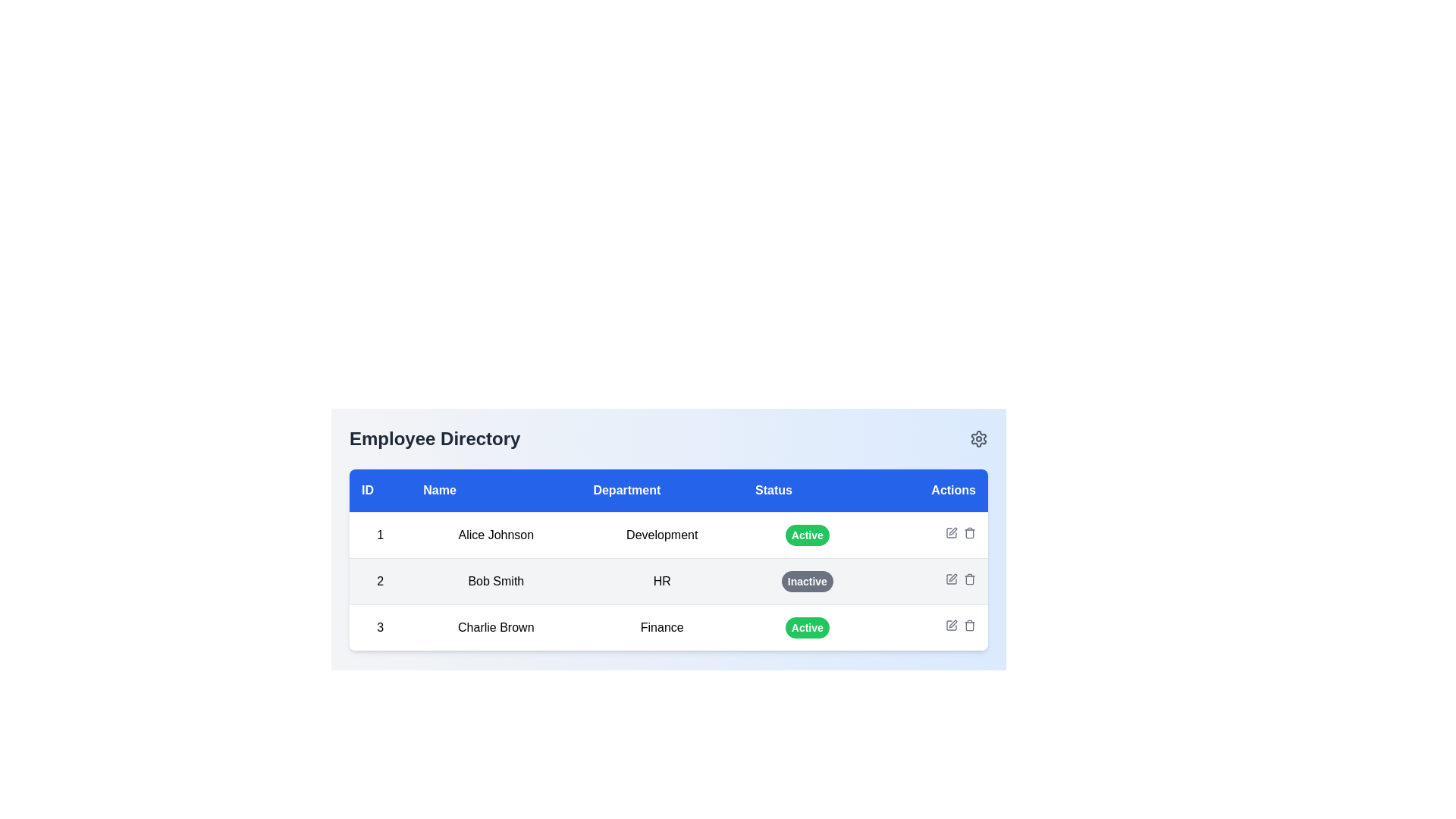 Image resolution: width=1456 pixels, height=819 pixels. I want to click on the table row containing details about 'Bob Smith' in the Employee Directory, which is the second row in the table, so click(668, 560).